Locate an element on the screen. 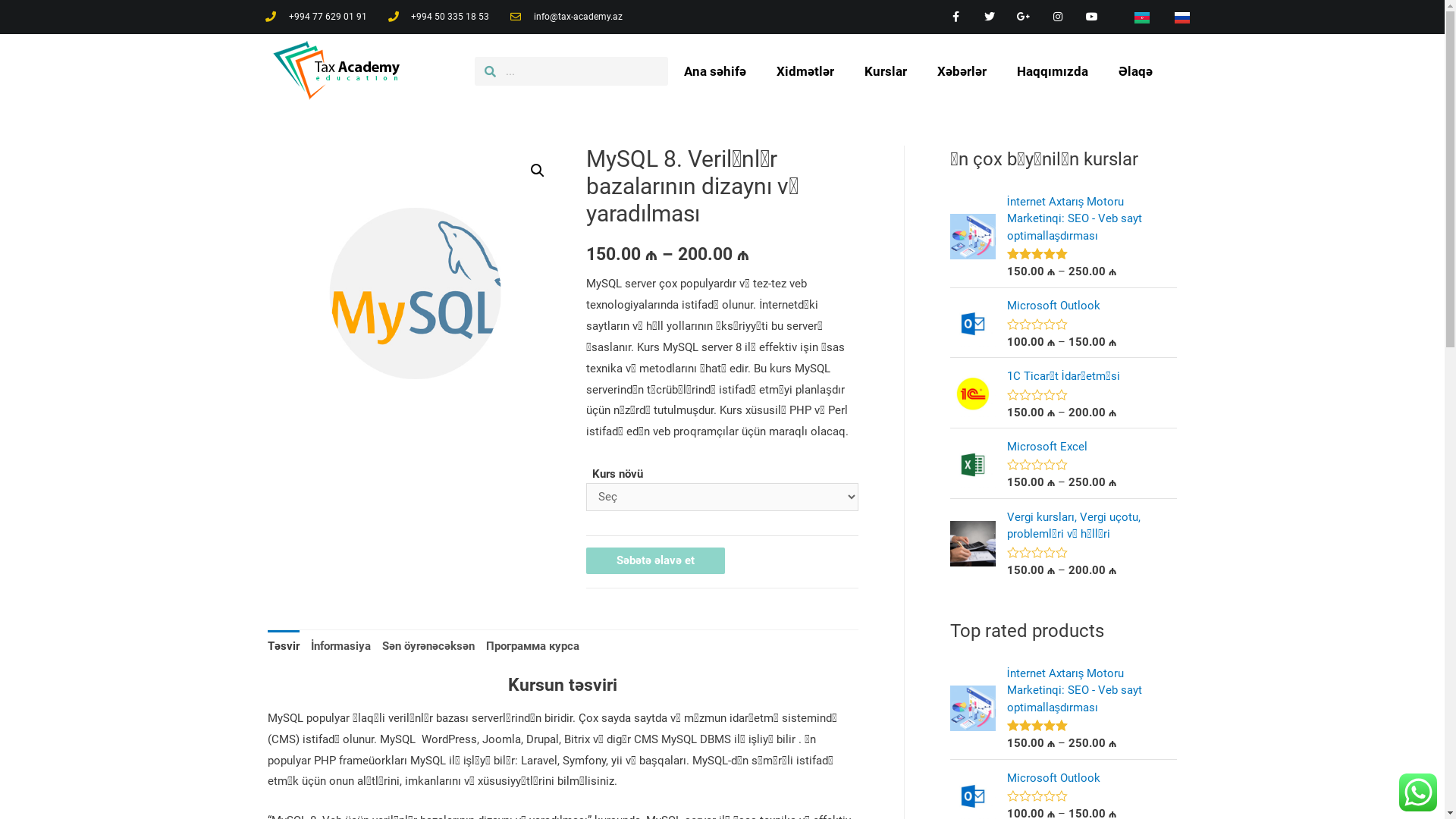 The width and height of the screenshot is (1456, 819). 'Microsoft Outlook' is located at coordinates (1092, 306).